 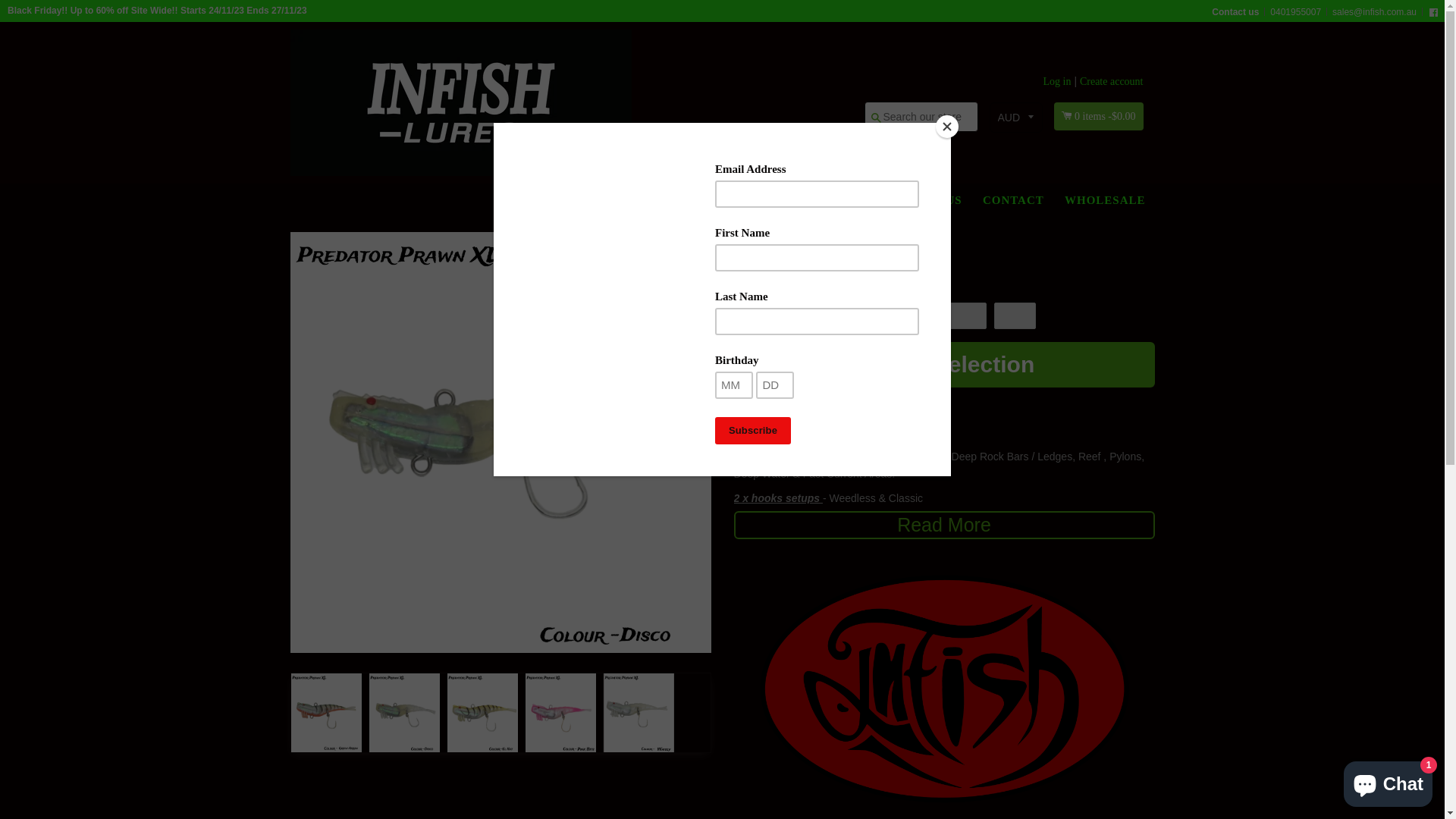 What do you see at coordinates (853, 199) in the screenshot?
I see `'SHOP'` at bounding box center [853, 199].